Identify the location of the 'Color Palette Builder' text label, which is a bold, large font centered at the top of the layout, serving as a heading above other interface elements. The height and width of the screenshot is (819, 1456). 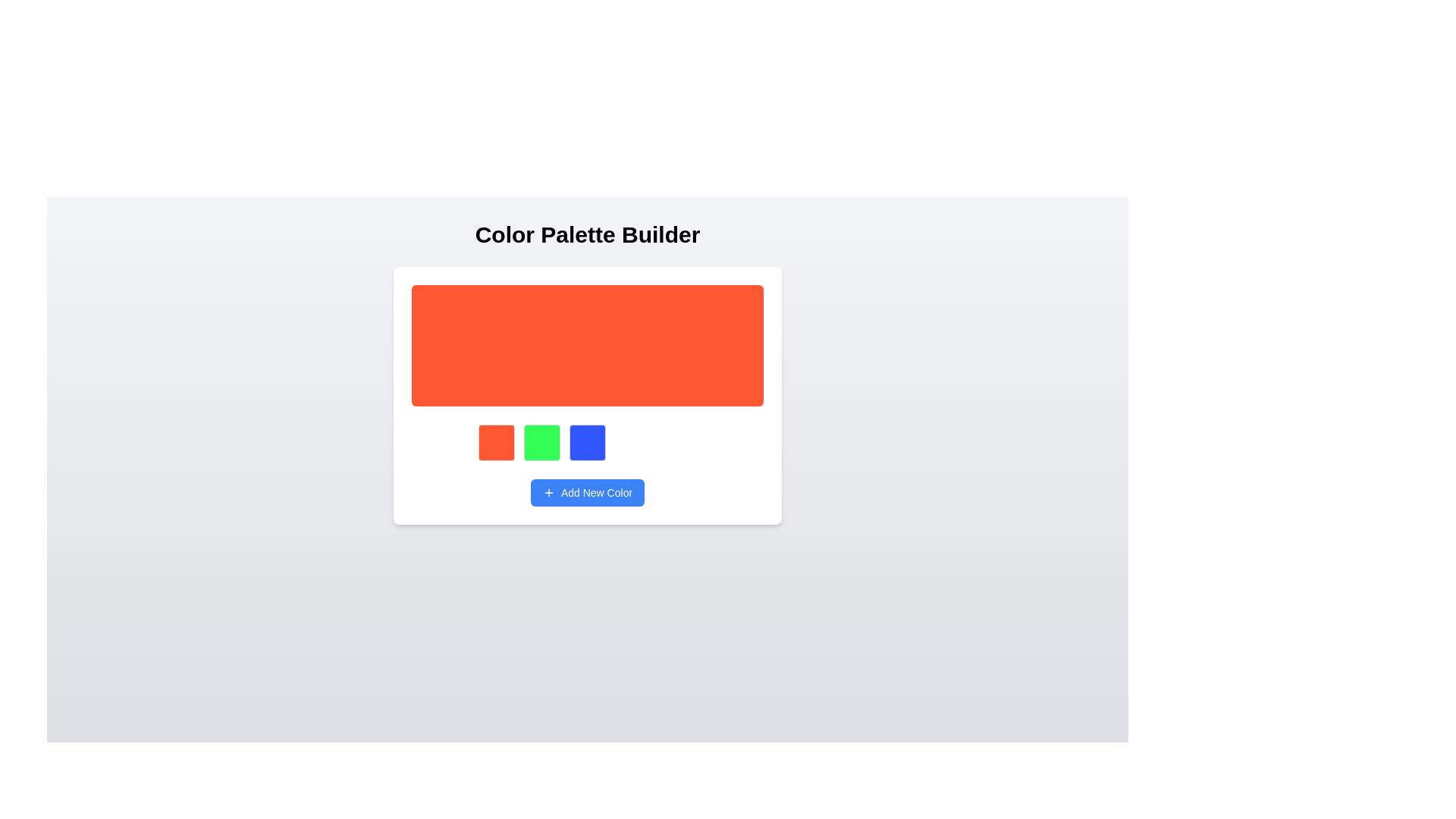
(586, 234).